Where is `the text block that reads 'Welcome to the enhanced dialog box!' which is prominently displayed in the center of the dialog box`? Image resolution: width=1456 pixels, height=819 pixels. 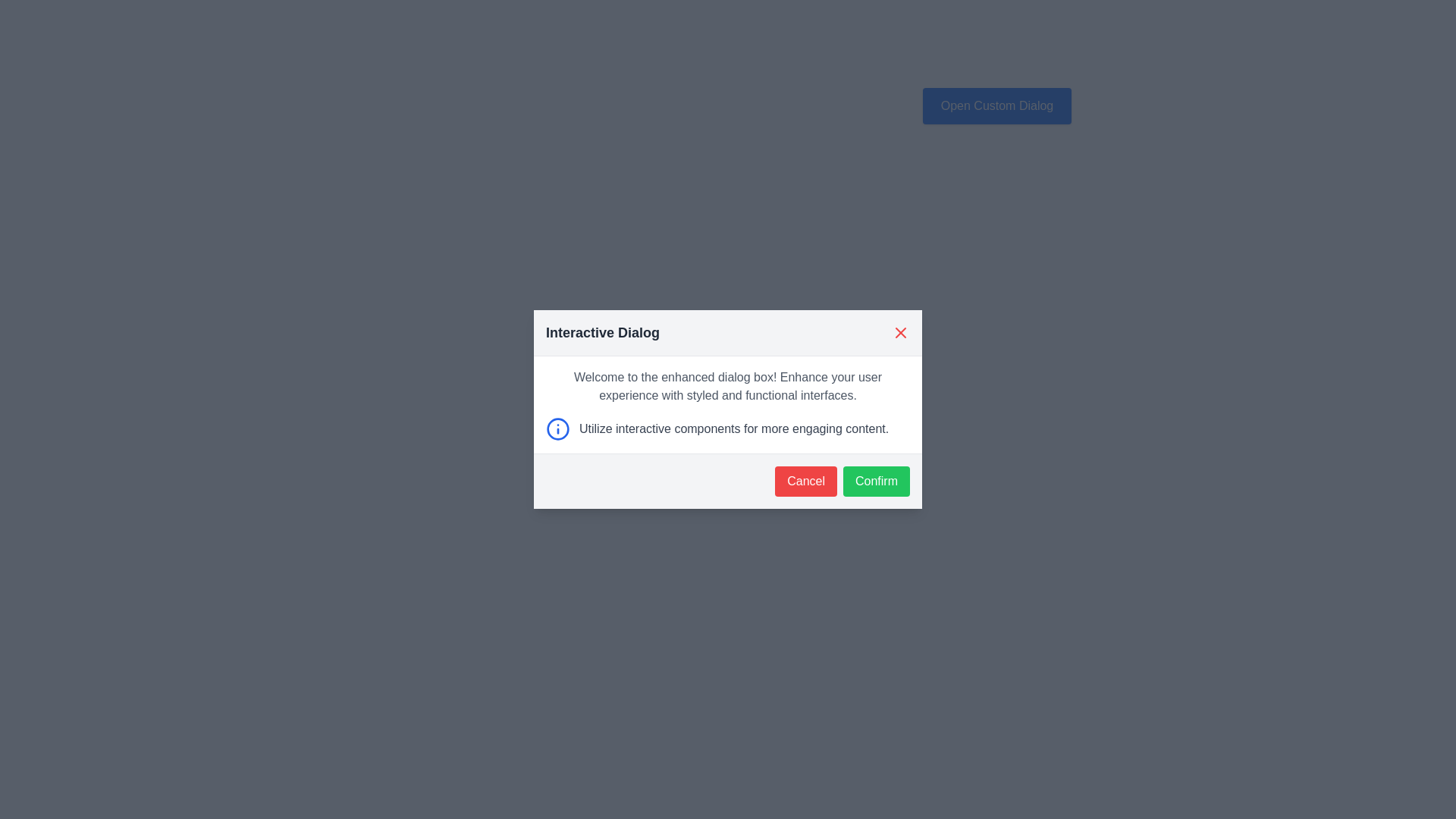 the text block that reads 'Welcome to the enhanced dialog box!' which is prominently displayed in the center of the dialog box is located at coordinates (728, 385).